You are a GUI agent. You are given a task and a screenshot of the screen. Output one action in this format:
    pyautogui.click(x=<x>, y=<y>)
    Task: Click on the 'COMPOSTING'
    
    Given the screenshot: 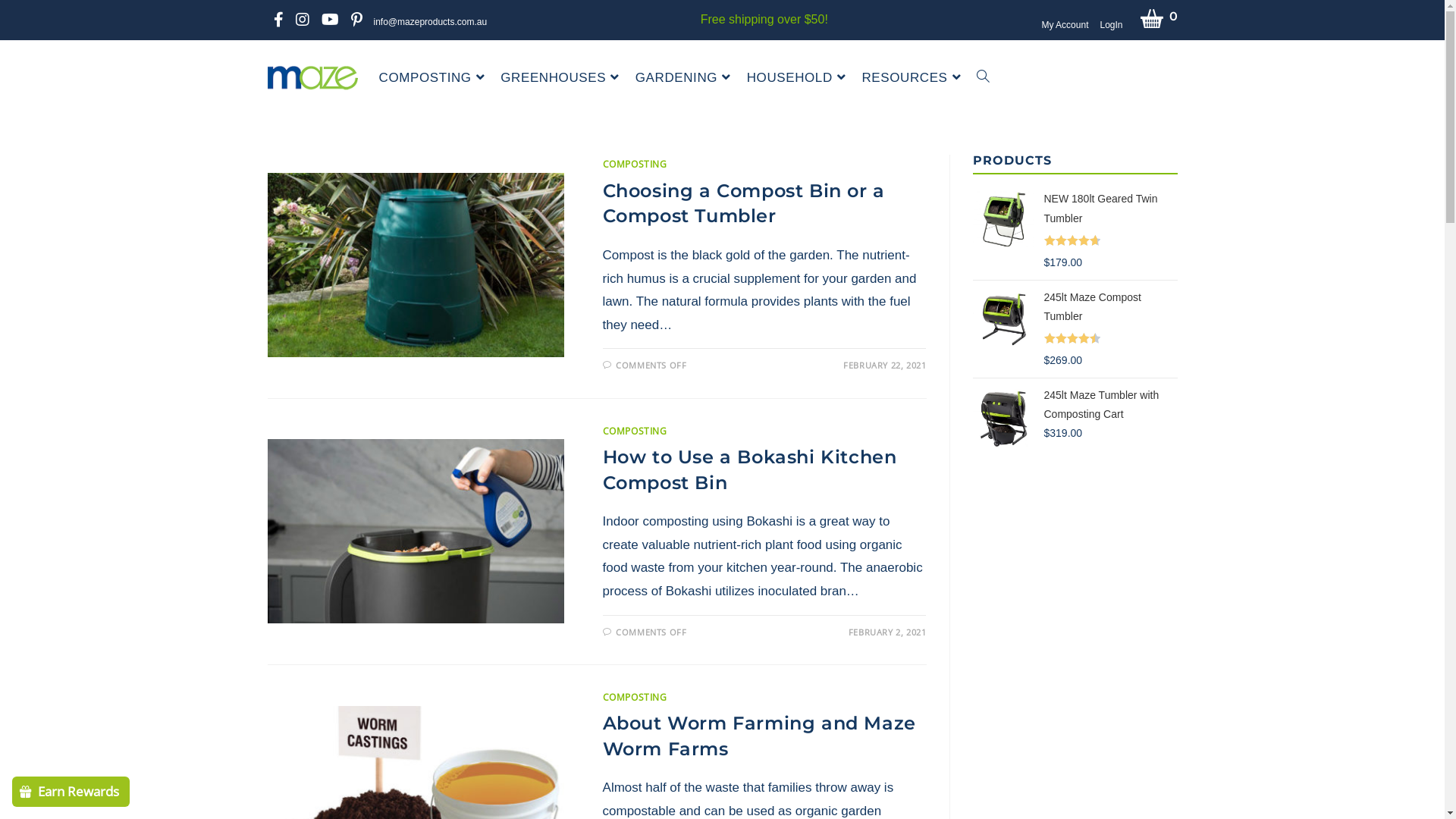 What is the action you would take?
    pyautogui.click(x=635, y=431)
    